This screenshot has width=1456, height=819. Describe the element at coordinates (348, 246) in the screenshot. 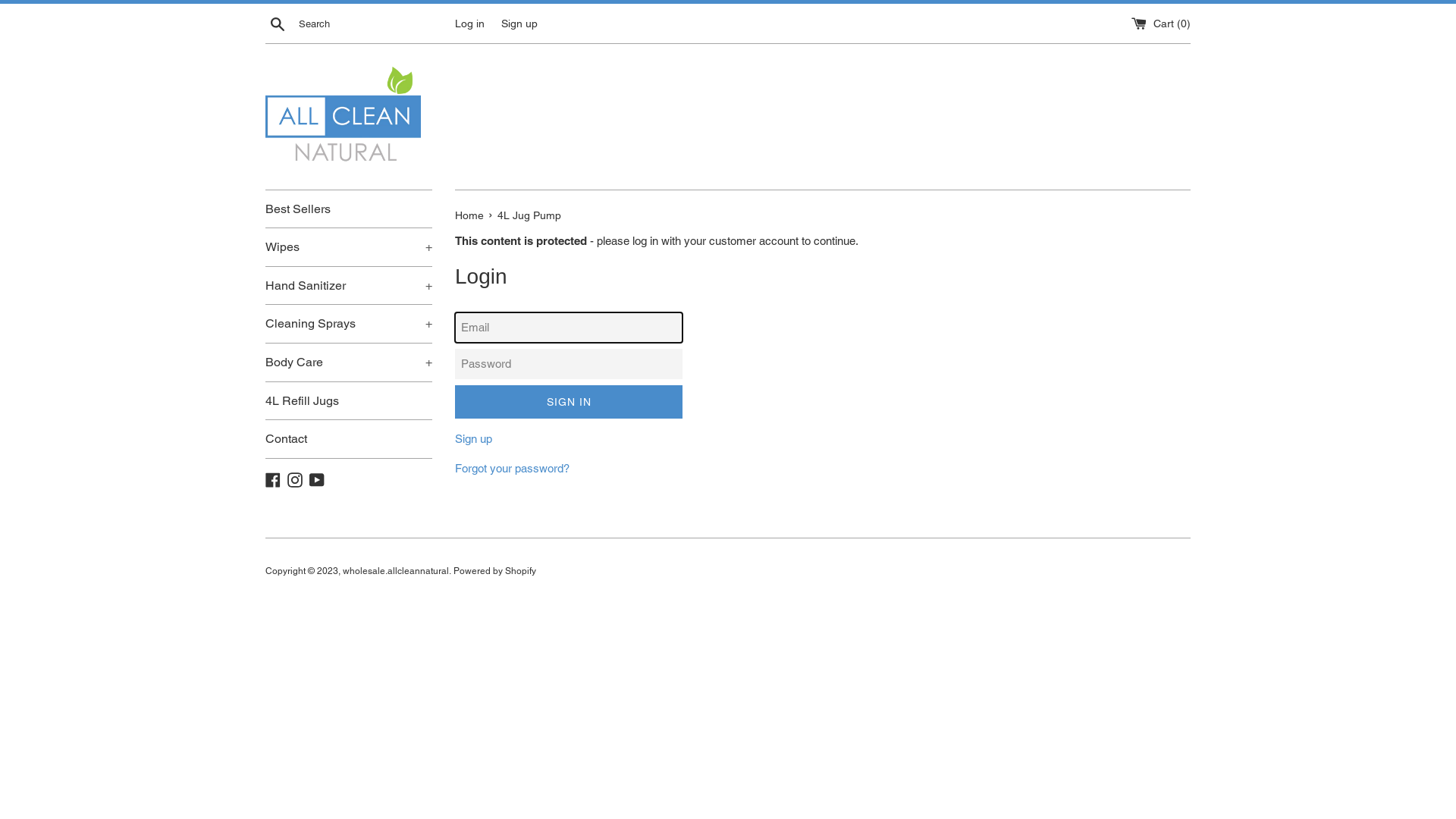

I see `'Wipes` at that location.